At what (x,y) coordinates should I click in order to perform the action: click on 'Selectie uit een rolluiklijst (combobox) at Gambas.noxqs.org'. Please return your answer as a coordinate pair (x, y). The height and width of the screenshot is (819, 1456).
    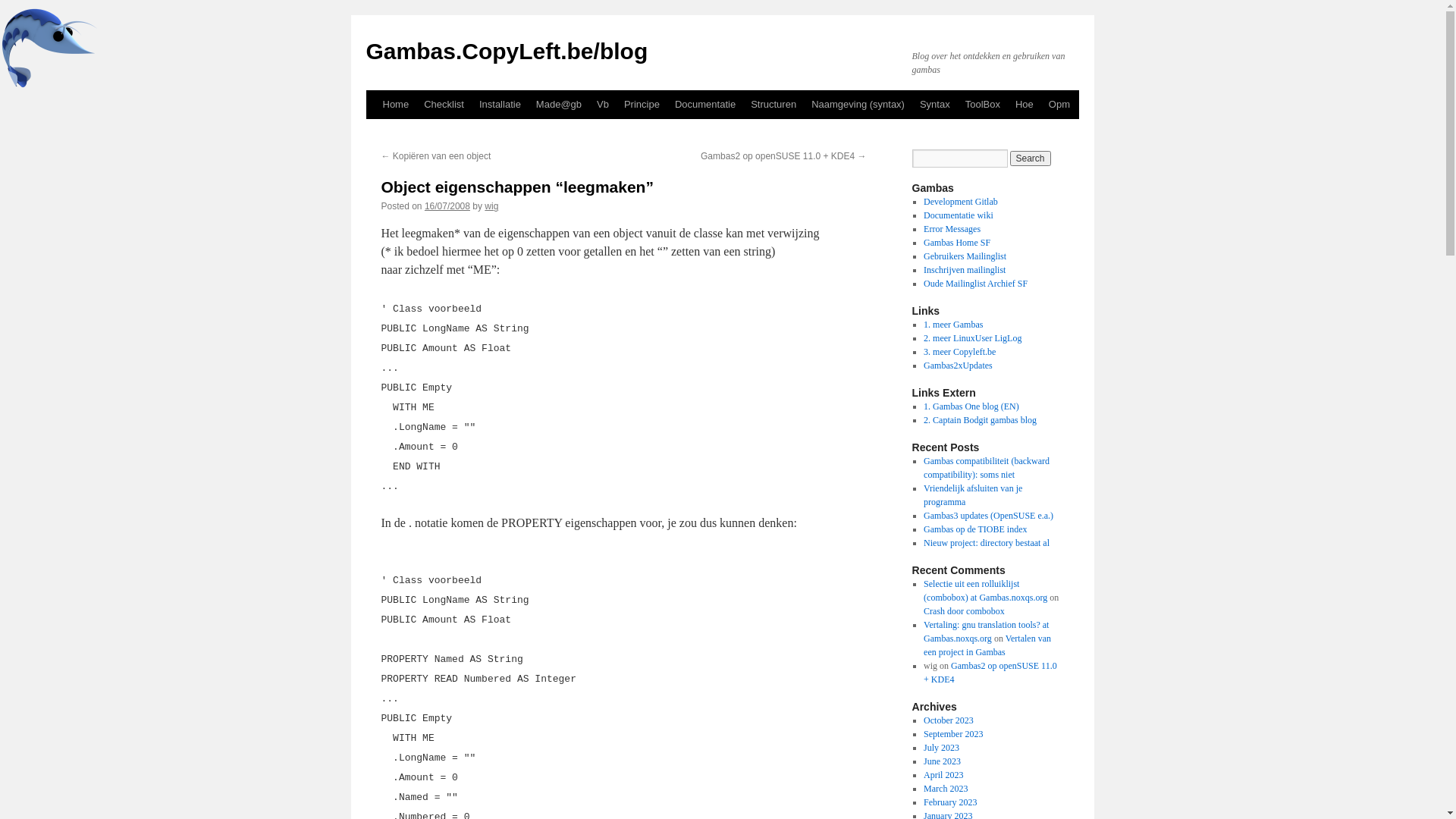
    Looking at the image, I should click on (985, 590).